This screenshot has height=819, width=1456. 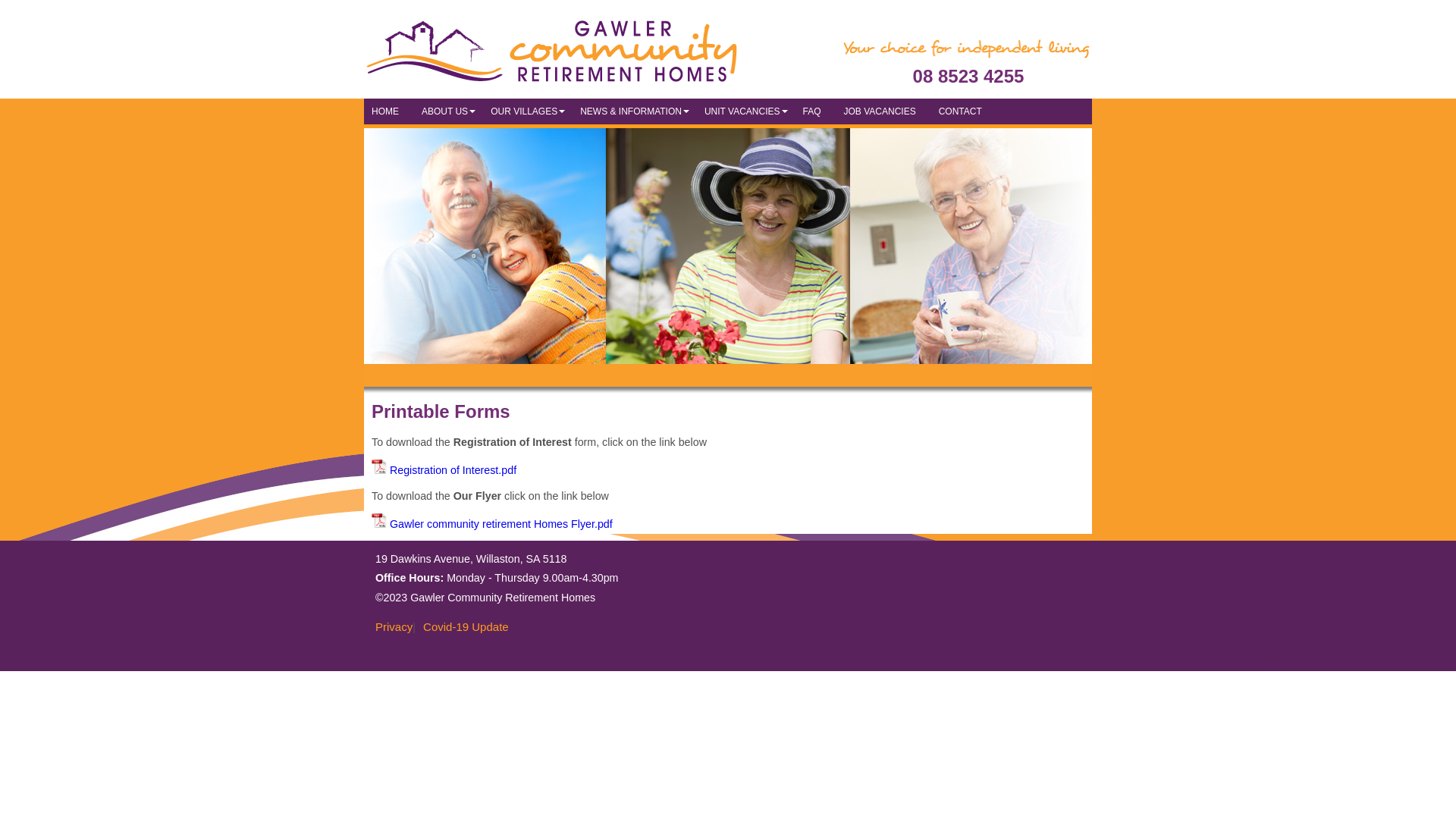 I want to click on 'CONTACT', so click(x=963, y=110).